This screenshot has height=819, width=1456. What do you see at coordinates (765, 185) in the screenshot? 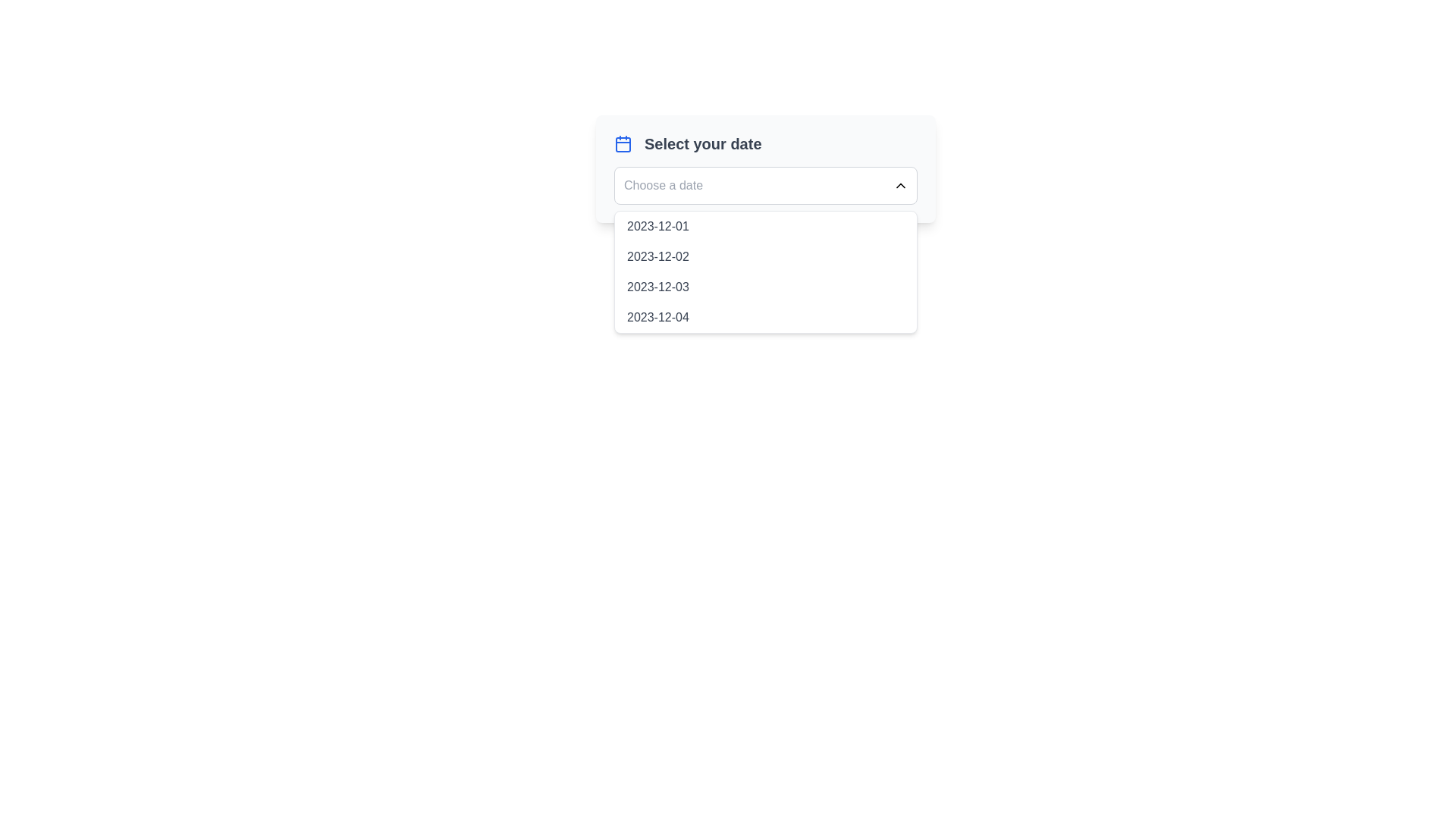
I see `the 'Choose a date' dropdown menu to type or interact with it` at bounding box center [765, 185].